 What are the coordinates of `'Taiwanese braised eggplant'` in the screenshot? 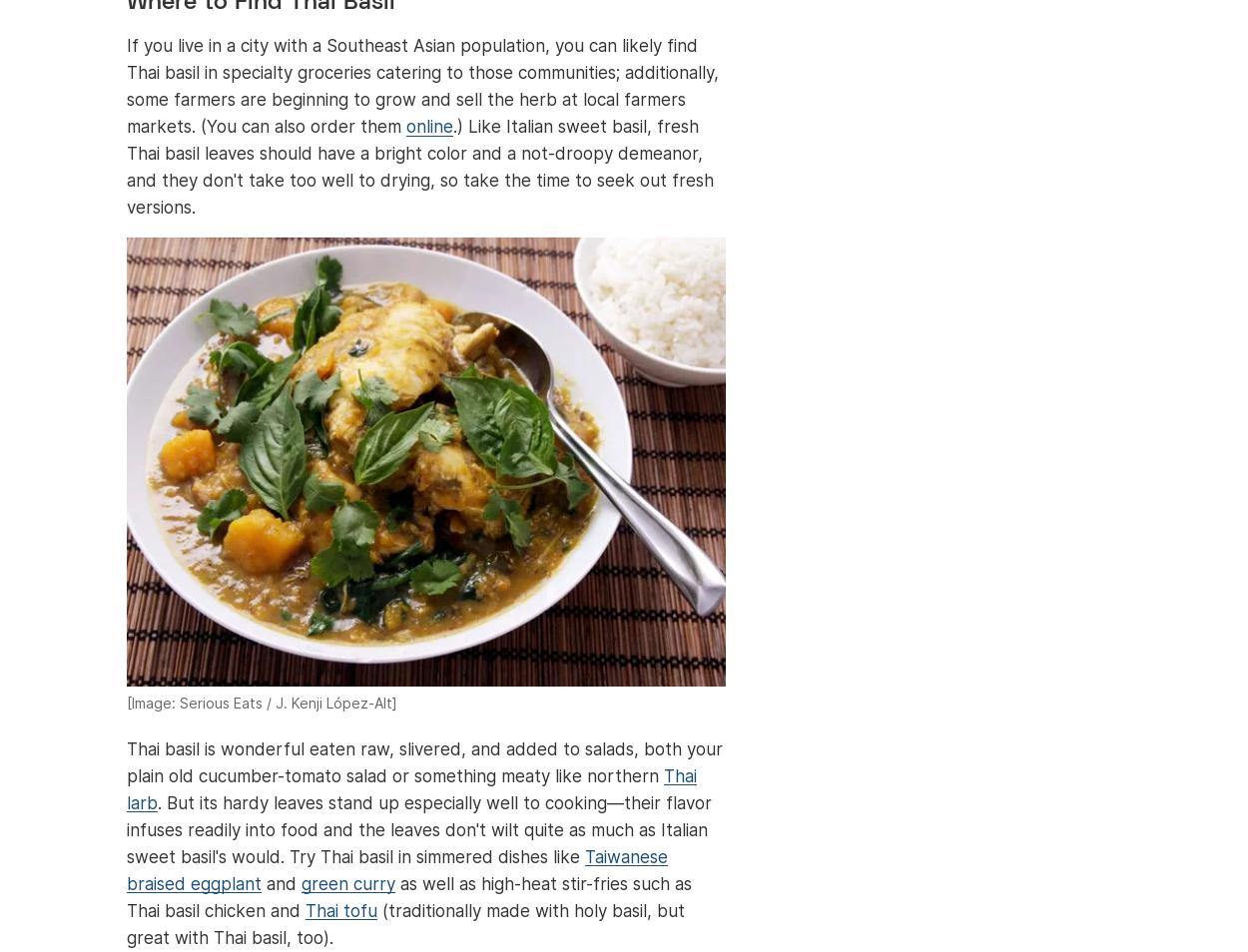 It's located at (127, 870).